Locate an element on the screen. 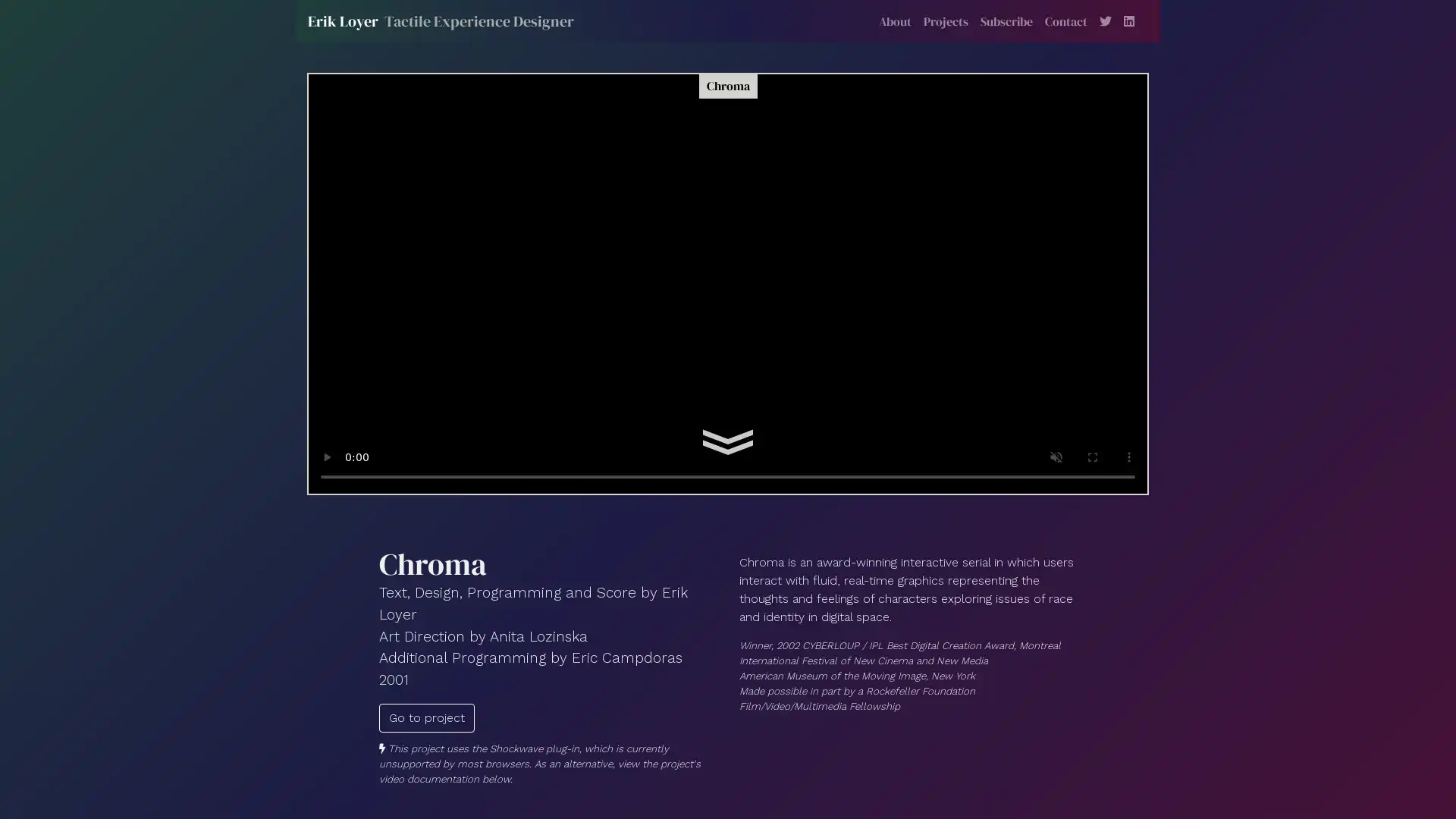  enter full screen is located at coordinates (1092, 456).